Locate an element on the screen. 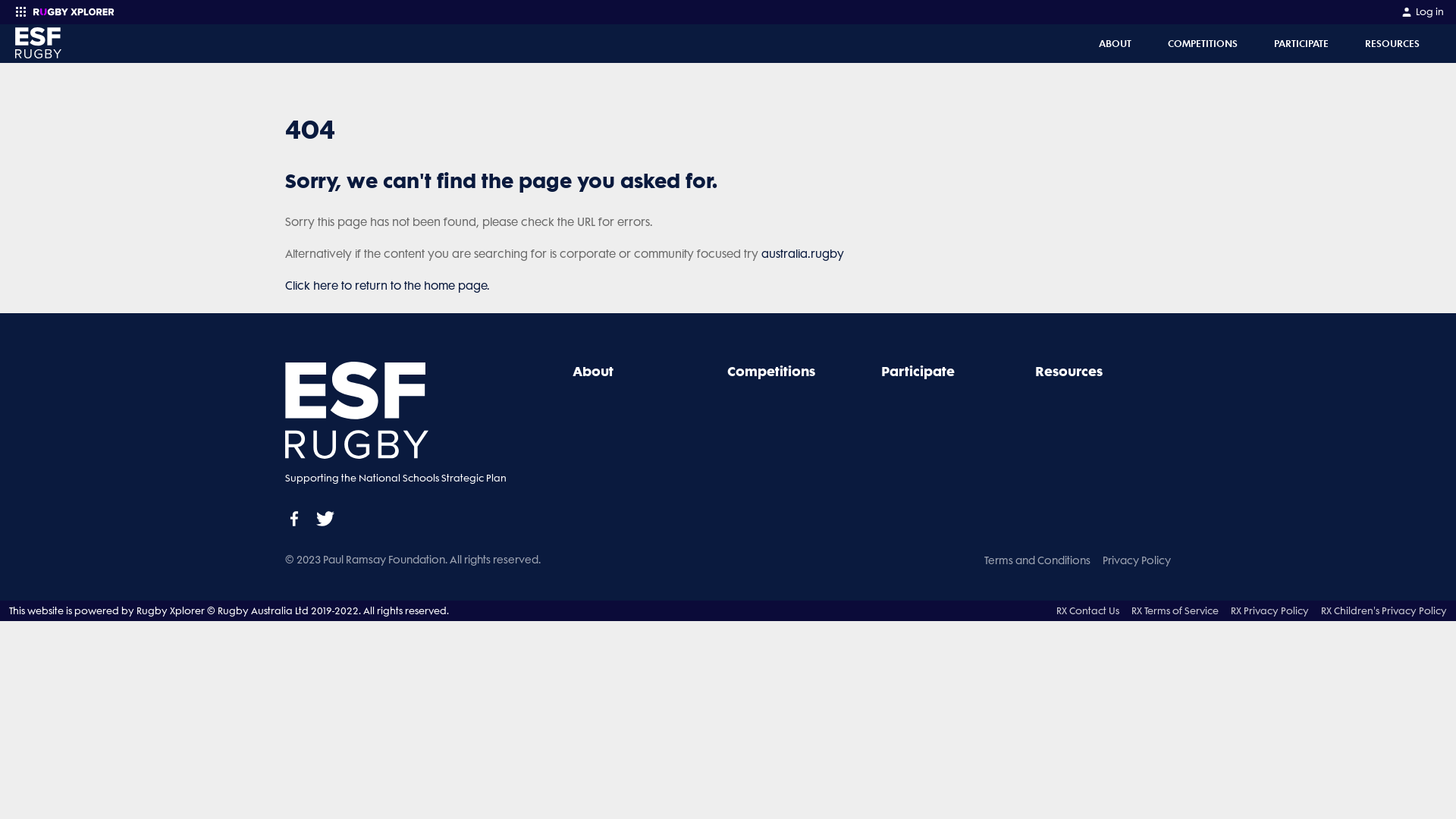  'PARTICIPATE' is located at coordinates (1301, 42).